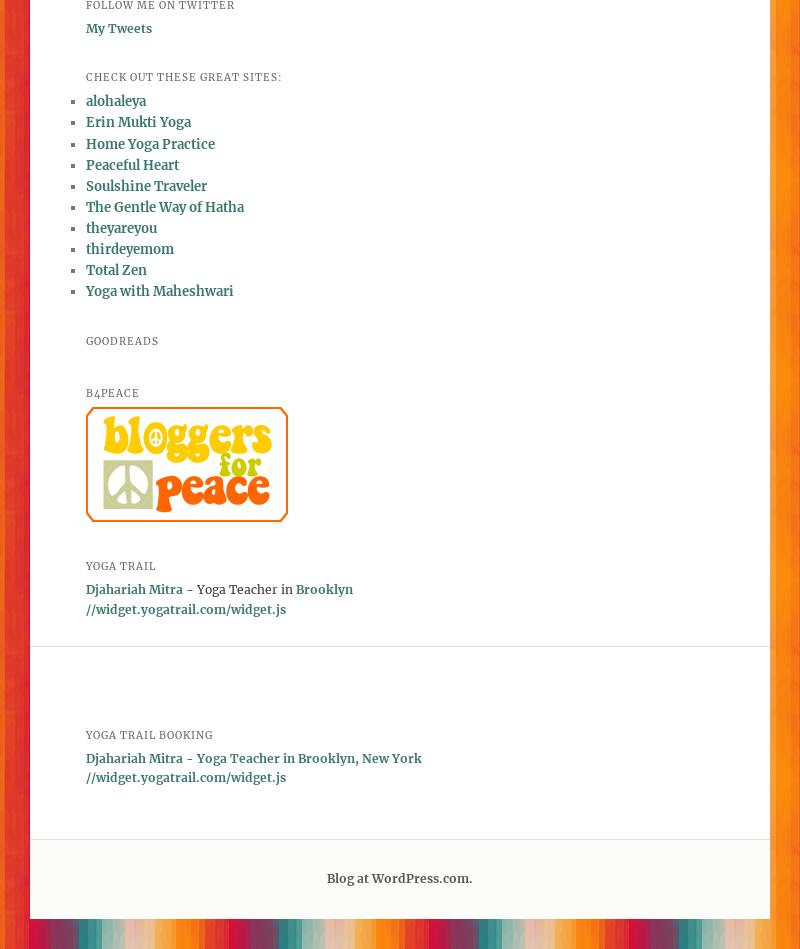 This screenshot has height=949, width=800. I want to click on 'My Tweets', so click(117, 28).